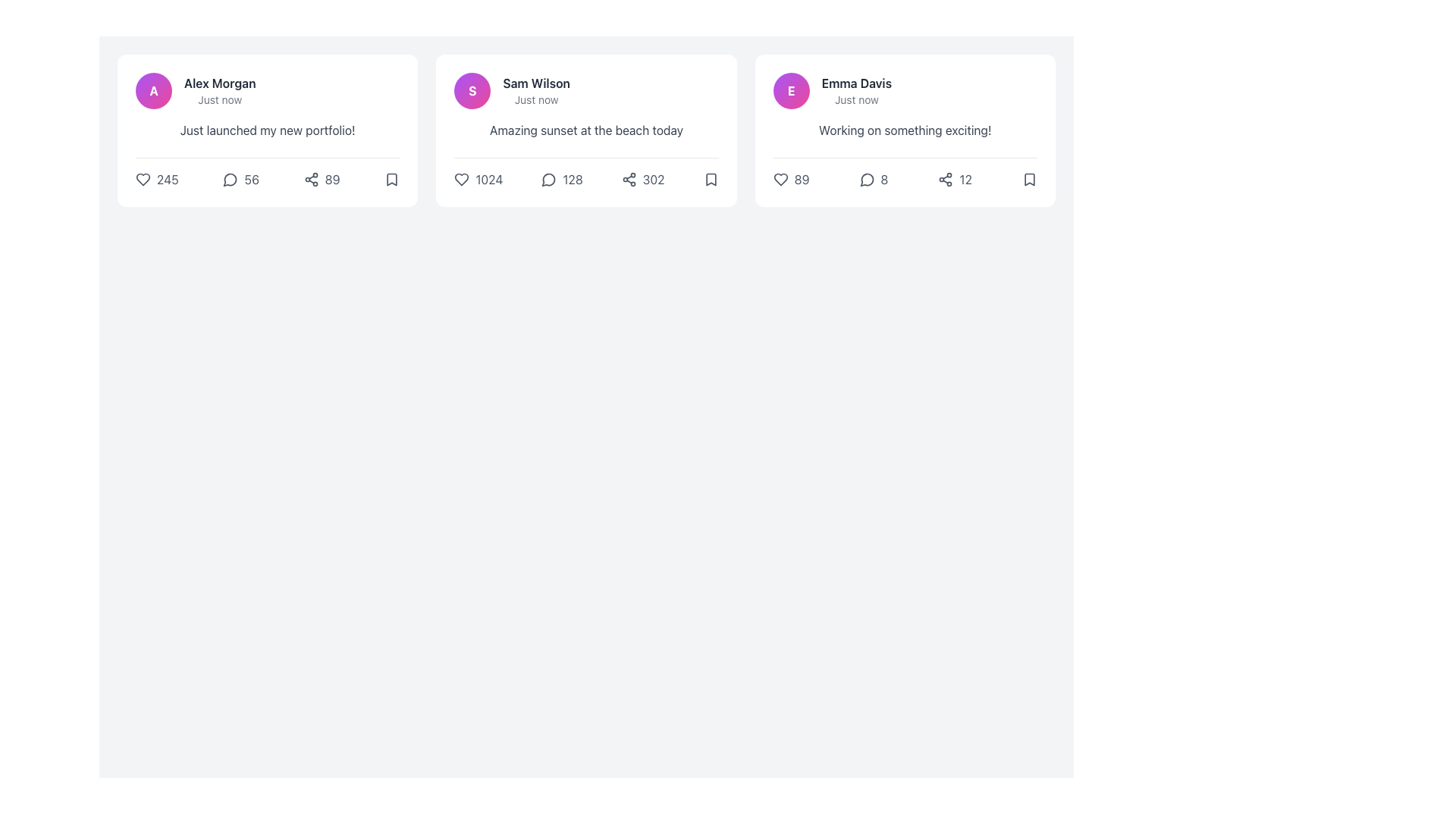  I want to click on the heart icon, which is a minimalist gray outline located to the left of the numerical value '89' in the social interaction toolbar of Emma Davis's post, so click(780, 178).